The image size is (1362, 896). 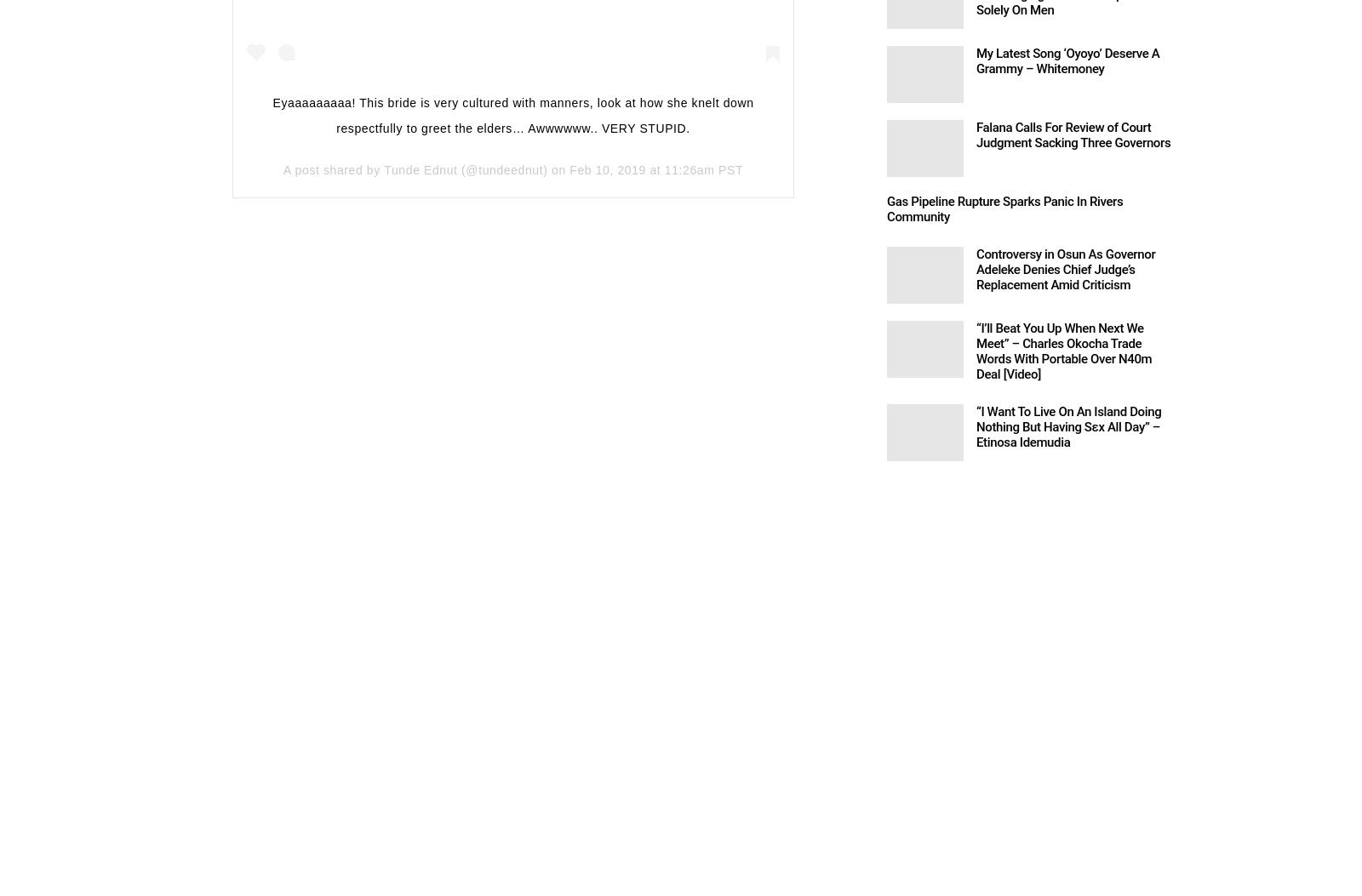 What do you see at coordinates (513, 169) in the screenshot?
I see `'(@tundeednut) on'` at bounding box center [513, 169].